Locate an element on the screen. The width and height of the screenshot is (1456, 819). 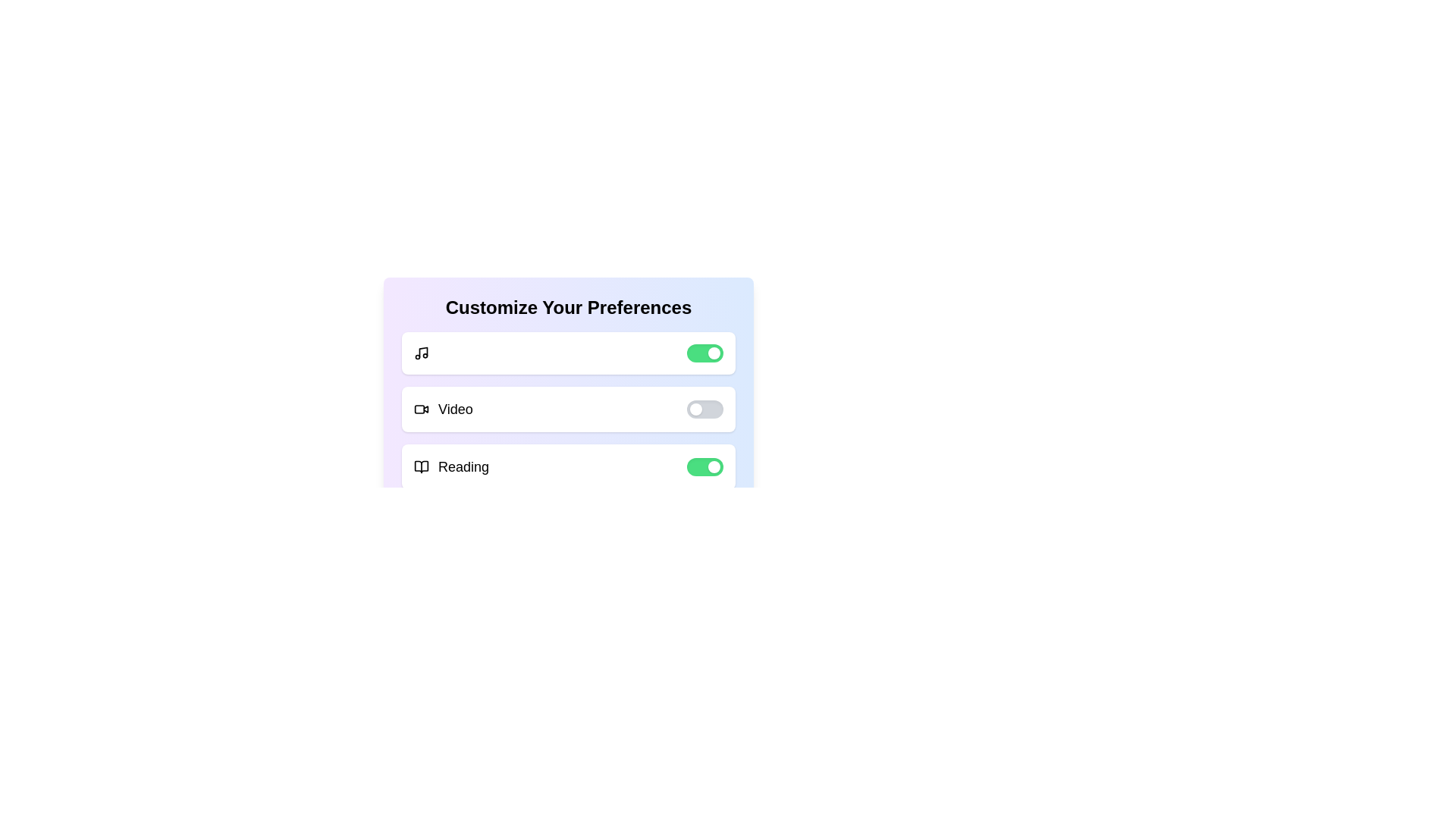
the icon next to Video is located at coordinates (422, 409).